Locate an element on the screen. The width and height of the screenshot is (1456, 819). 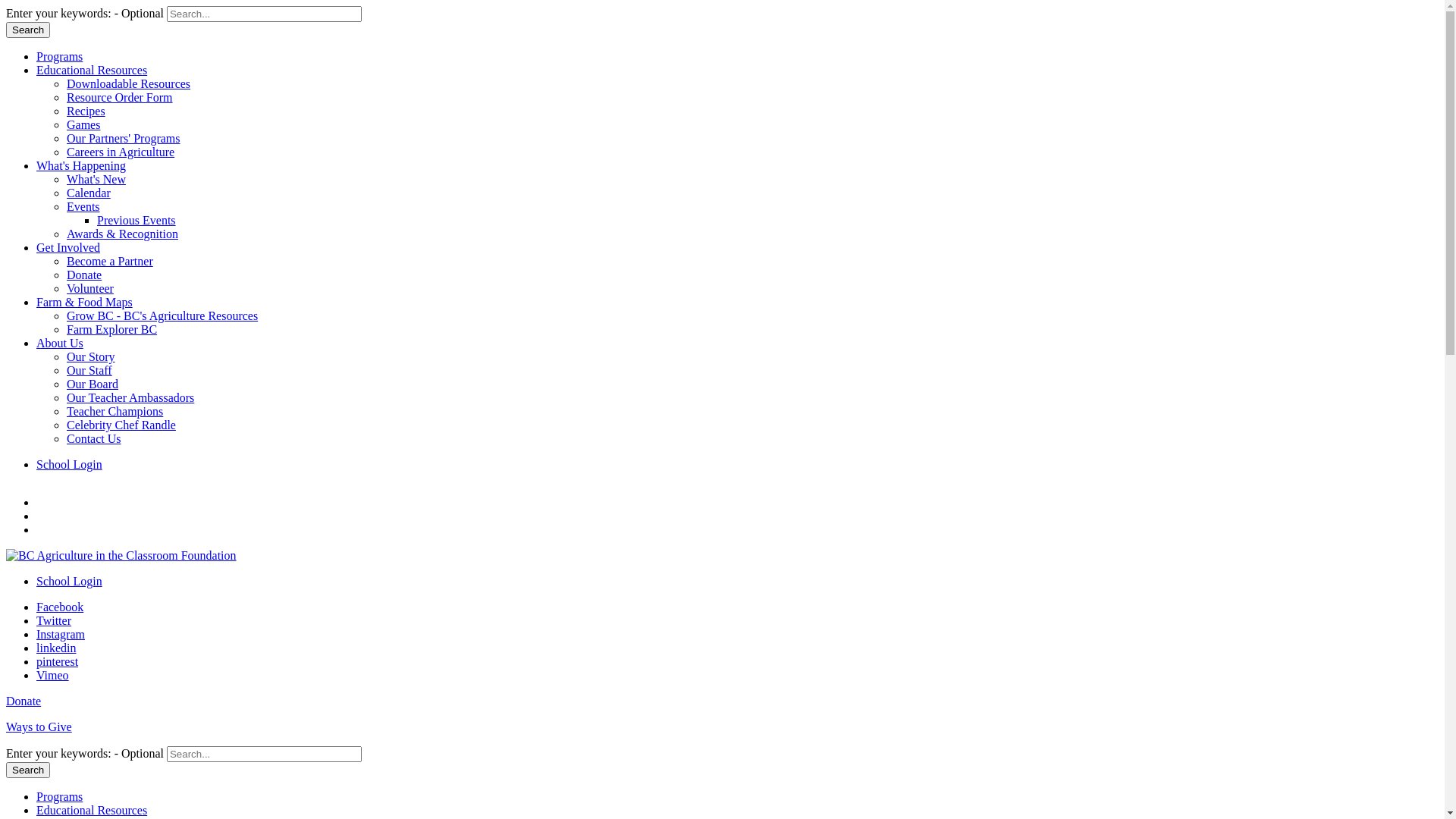
'School Login' is located at coordinates (68, 580).